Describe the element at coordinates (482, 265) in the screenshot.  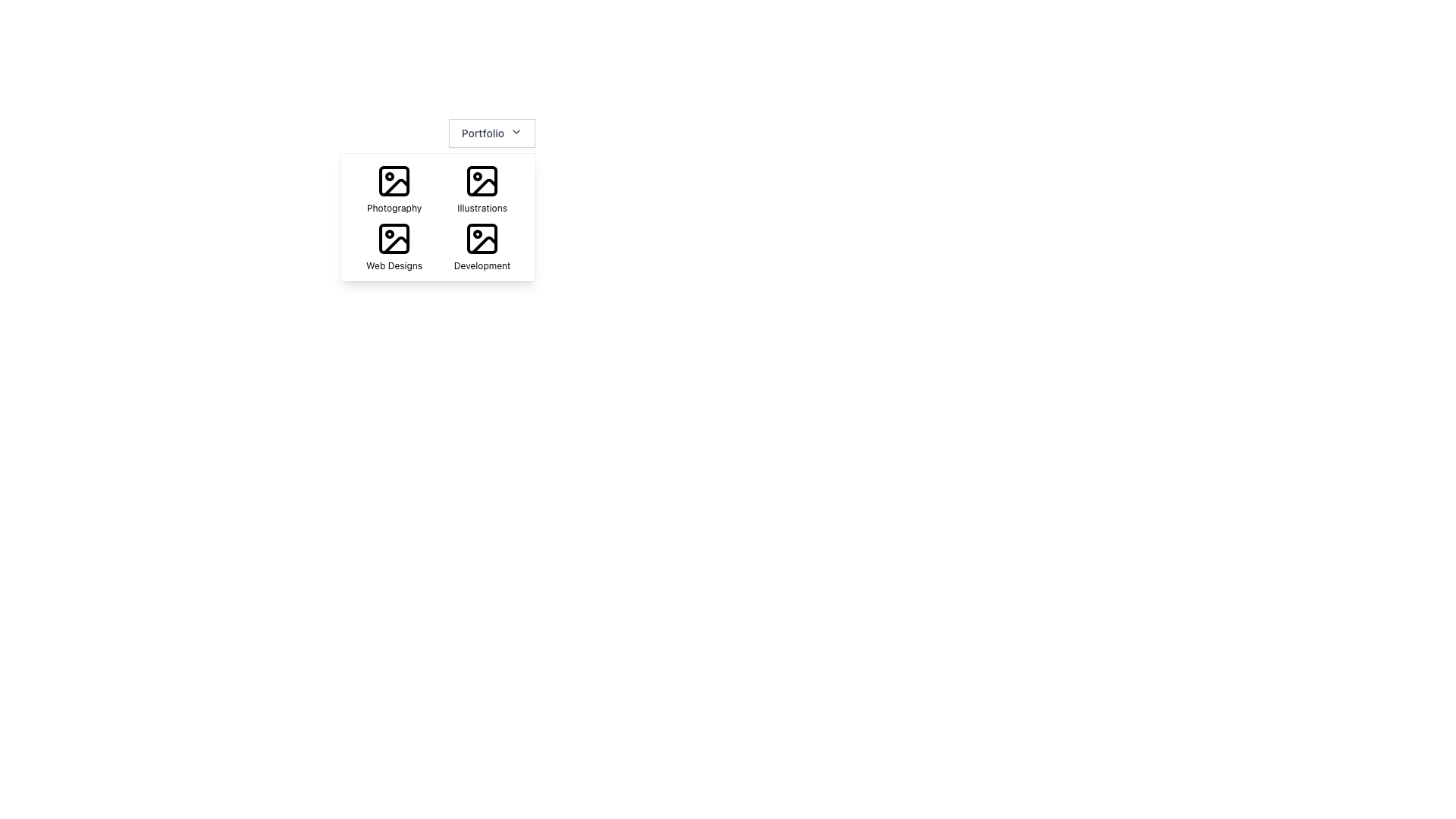
I see `the text label located in the lower right corner of a 2x2 grid within a dropdown menu, which provides context for the icon above it` at that location.